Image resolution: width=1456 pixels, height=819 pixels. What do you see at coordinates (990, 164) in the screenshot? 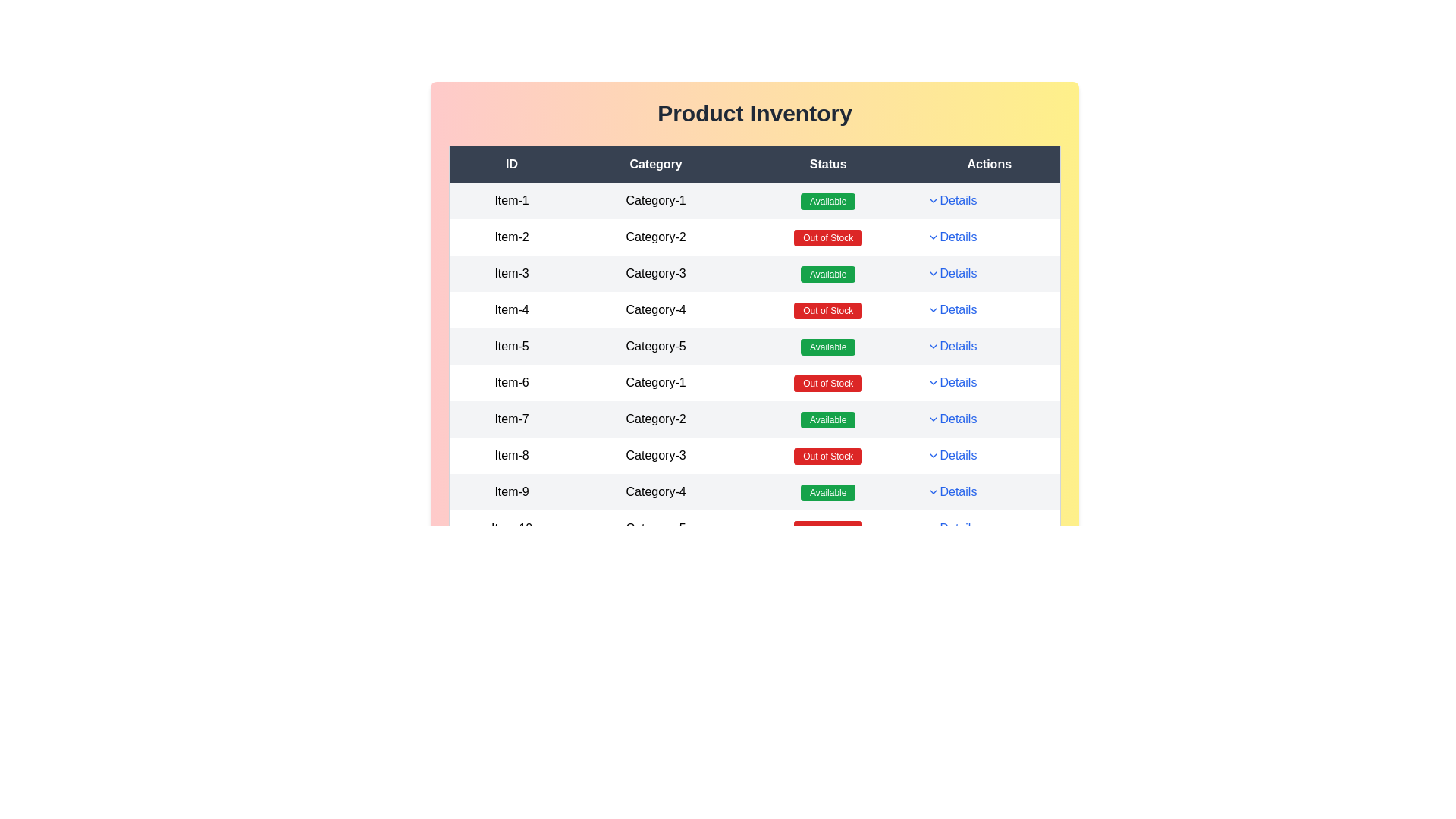
I see `the table header to sort by Actions` at bounding box center [990, 164].